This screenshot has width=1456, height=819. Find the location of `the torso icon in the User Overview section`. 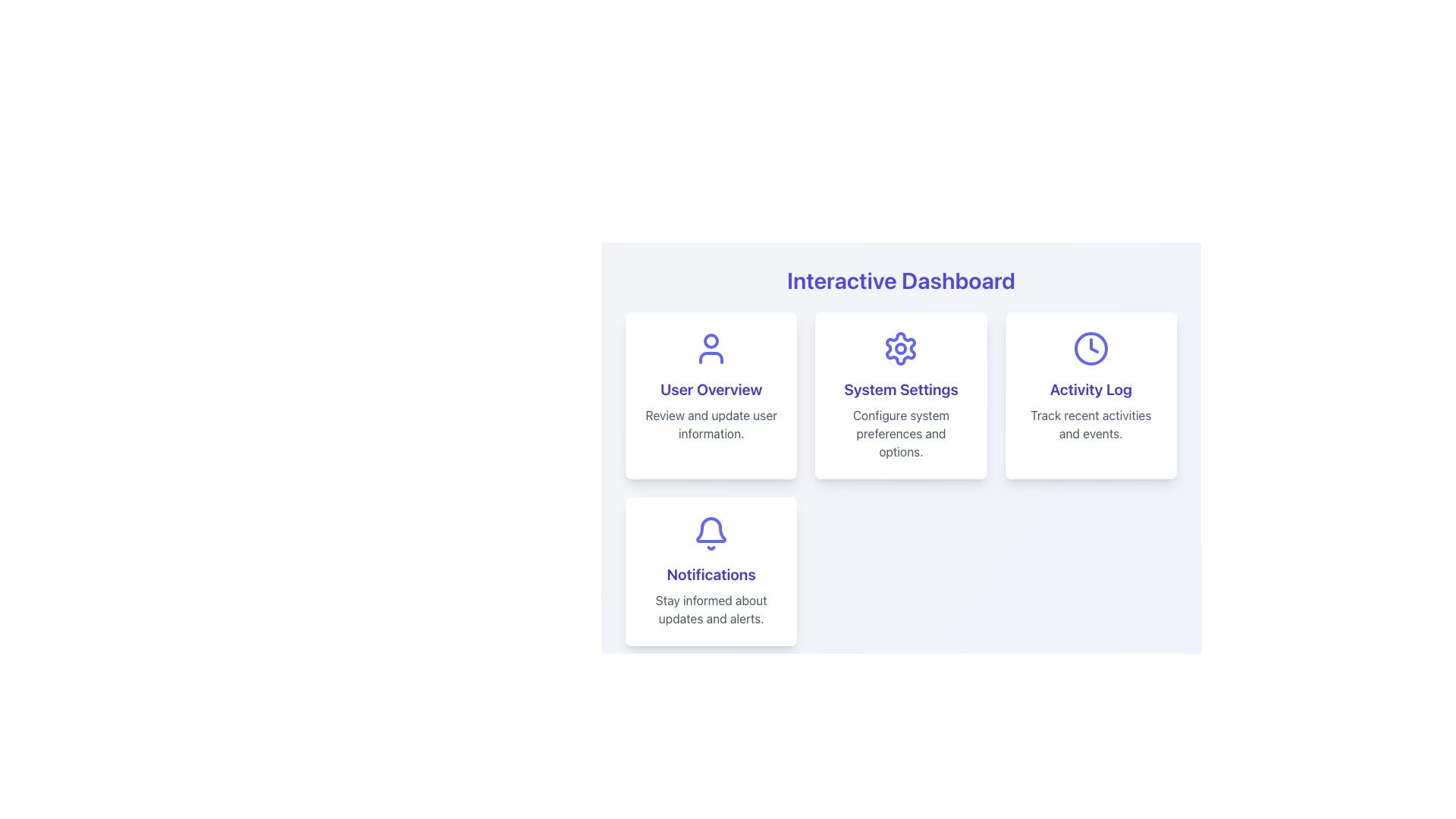

the torso icon in the User Overview section is located at coordinates (711, 357).